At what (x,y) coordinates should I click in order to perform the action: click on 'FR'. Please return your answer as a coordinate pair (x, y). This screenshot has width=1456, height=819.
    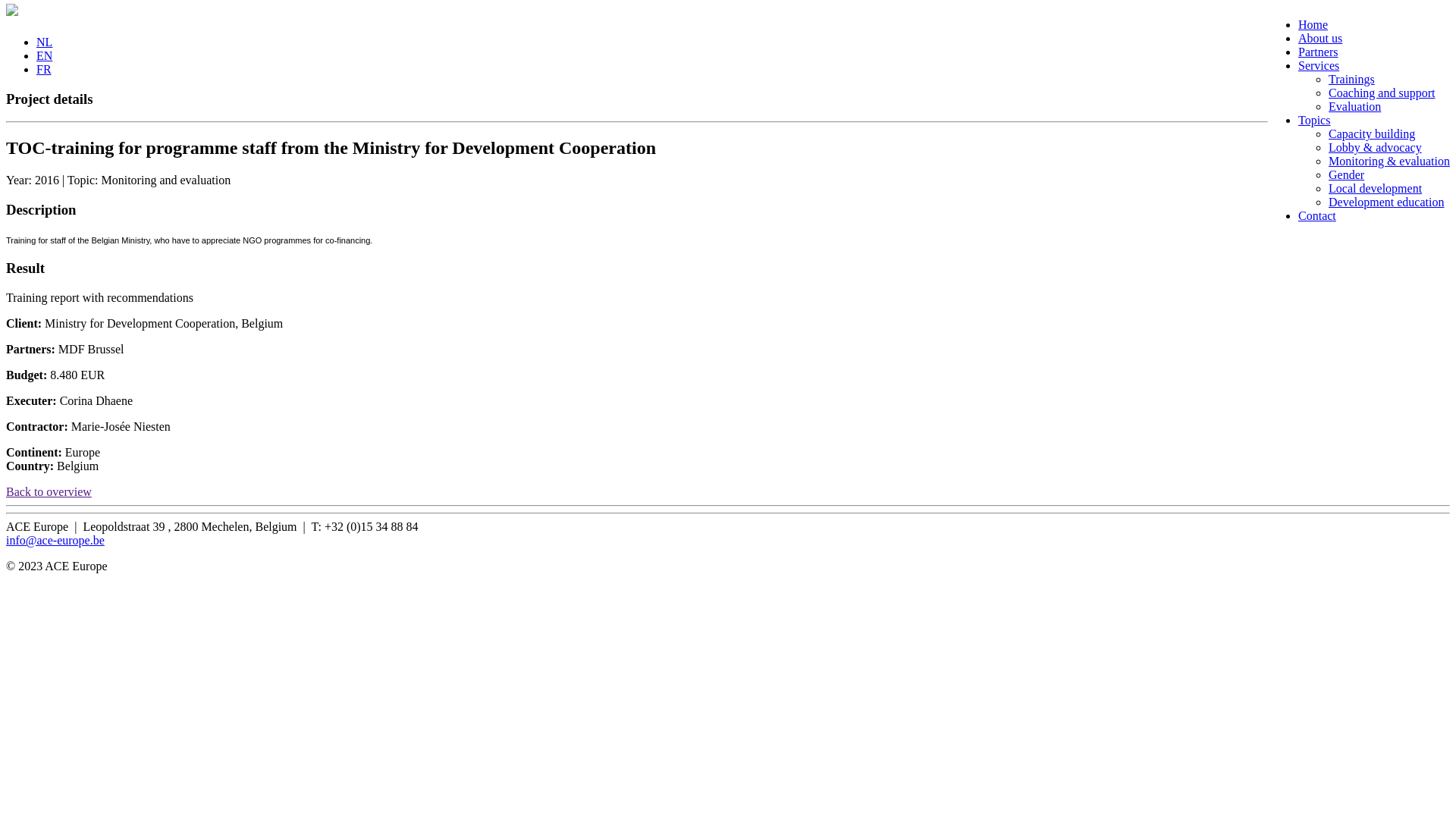
    Looking at the image, I should click on (43, 69).